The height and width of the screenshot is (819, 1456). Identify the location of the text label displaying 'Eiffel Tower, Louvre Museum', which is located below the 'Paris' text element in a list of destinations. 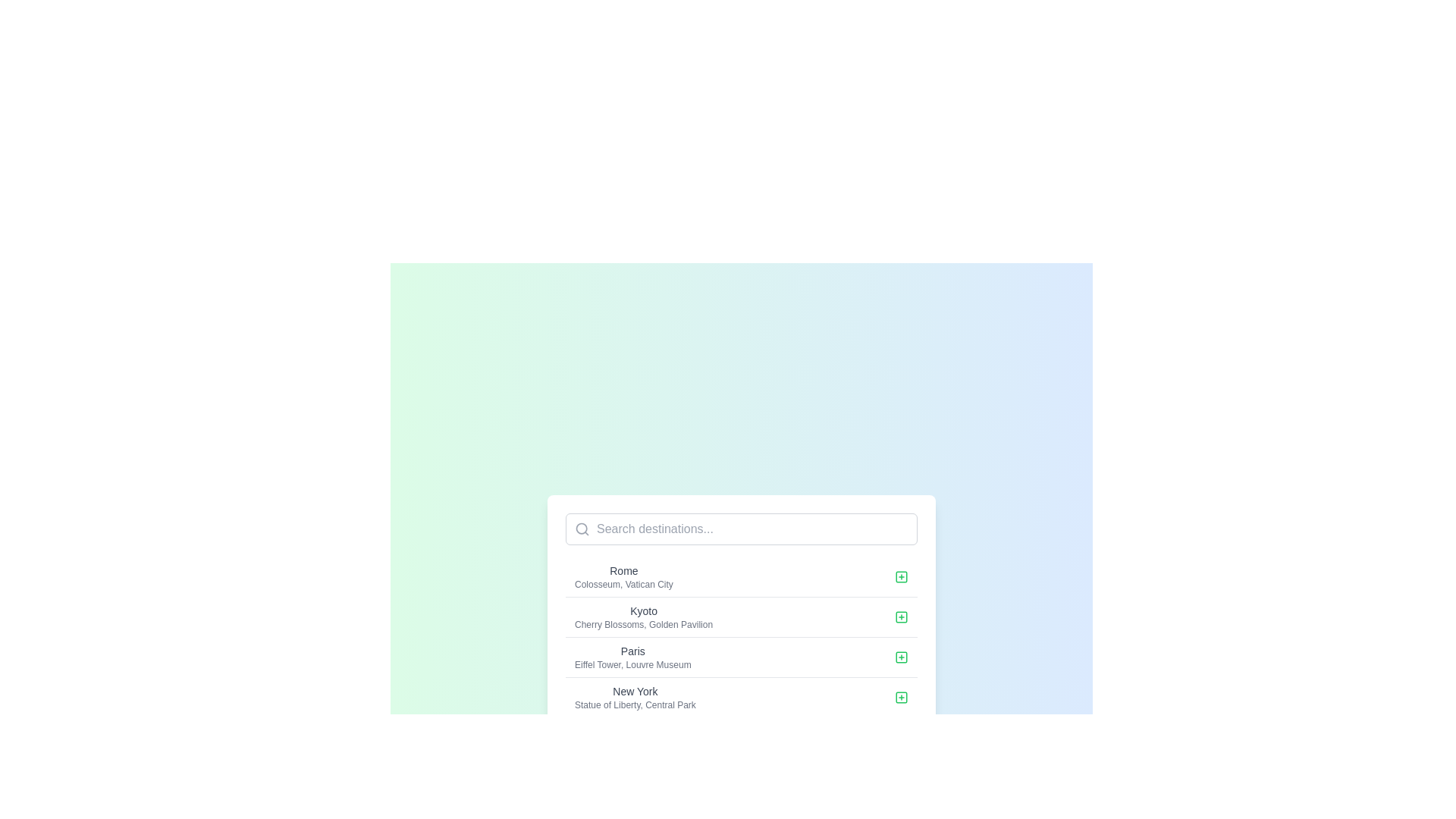
(632, 664).